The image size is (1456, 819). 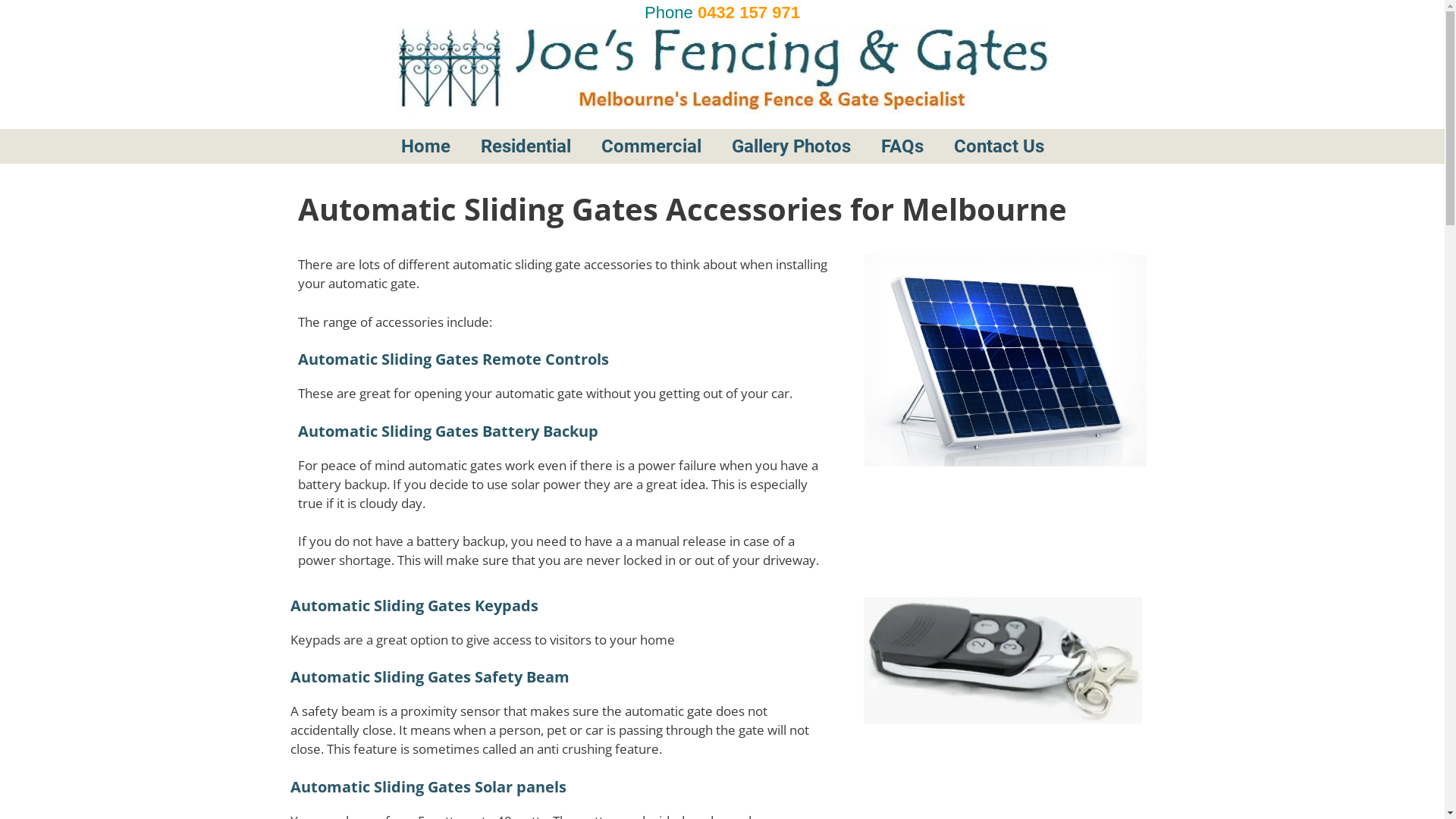 What do you see at coordinates (896, 146) in the screenshot?
I see `'FAQs'` at bounding box center [896, 146].